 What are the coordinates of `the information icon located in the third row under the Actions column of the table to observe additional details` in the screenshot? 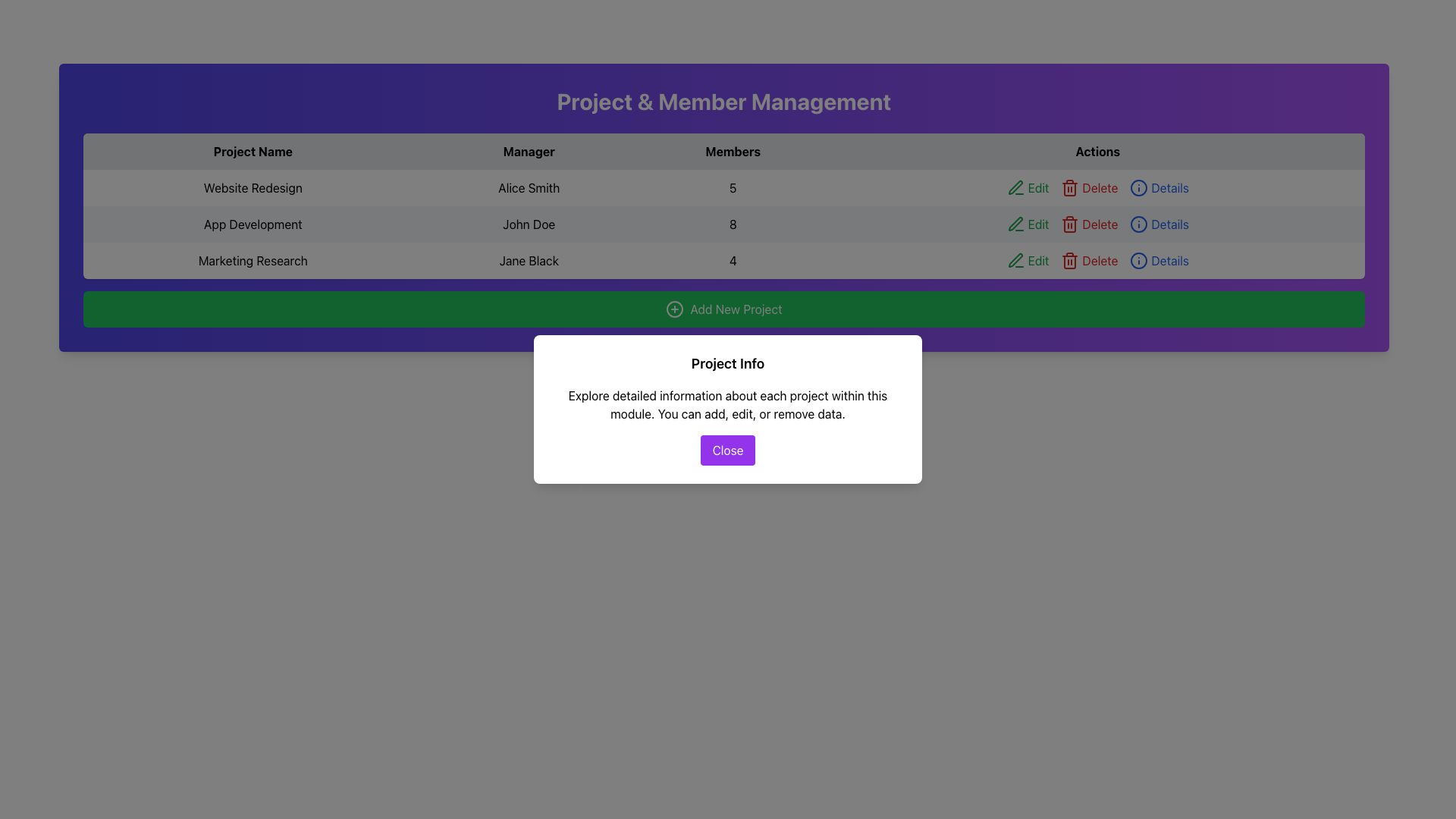 It's located at (1139, 224).